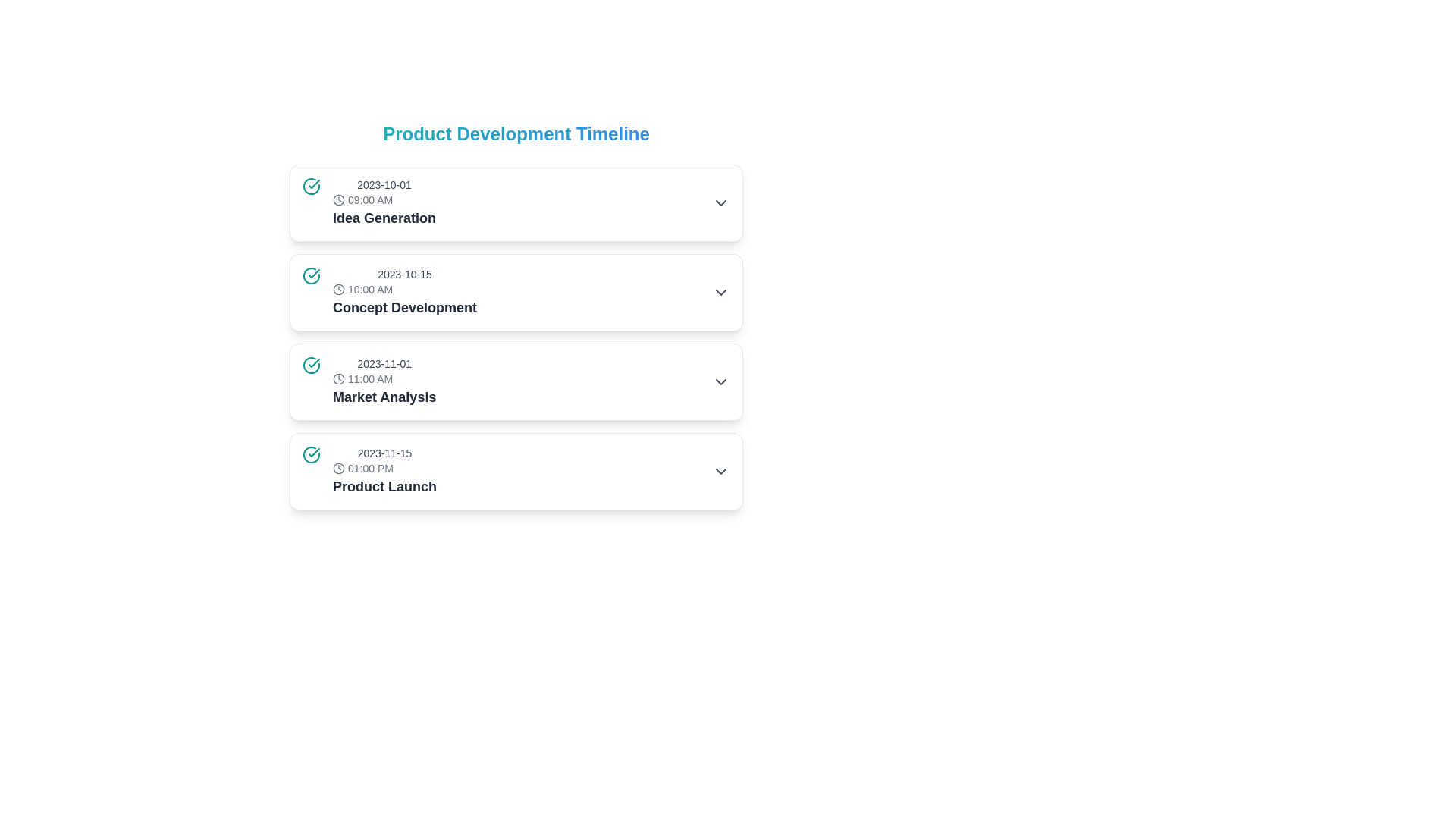 The width and height of the screenshot is (1456, 819). Describe the element at coordinates (720, 202) in the screenshot. I see `the downward-pointing chevron icon styled in gray, located at the far right of the topmost card labeled '2023-10-01 09:00 AM Idea Generation' within the 'Product Development Timeline' list` at that location.